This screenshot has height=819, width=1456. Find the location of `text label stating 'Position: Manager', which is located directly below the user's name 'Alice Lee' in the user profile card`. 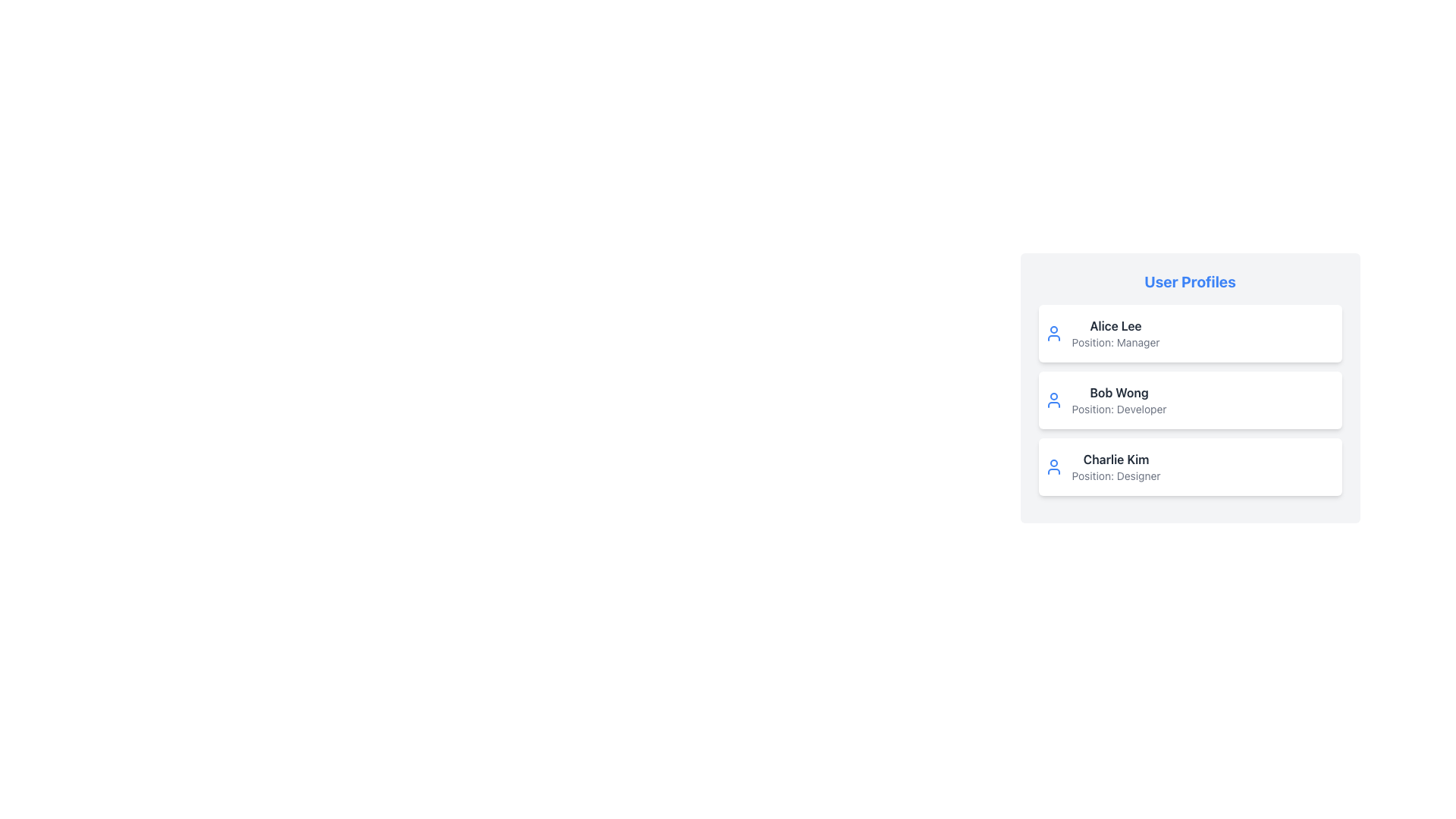

text label stating 'Position: Manager', which is located directly below the user's name 'Alice Lee' in the user profile card is located at coordinates (1116, 342).